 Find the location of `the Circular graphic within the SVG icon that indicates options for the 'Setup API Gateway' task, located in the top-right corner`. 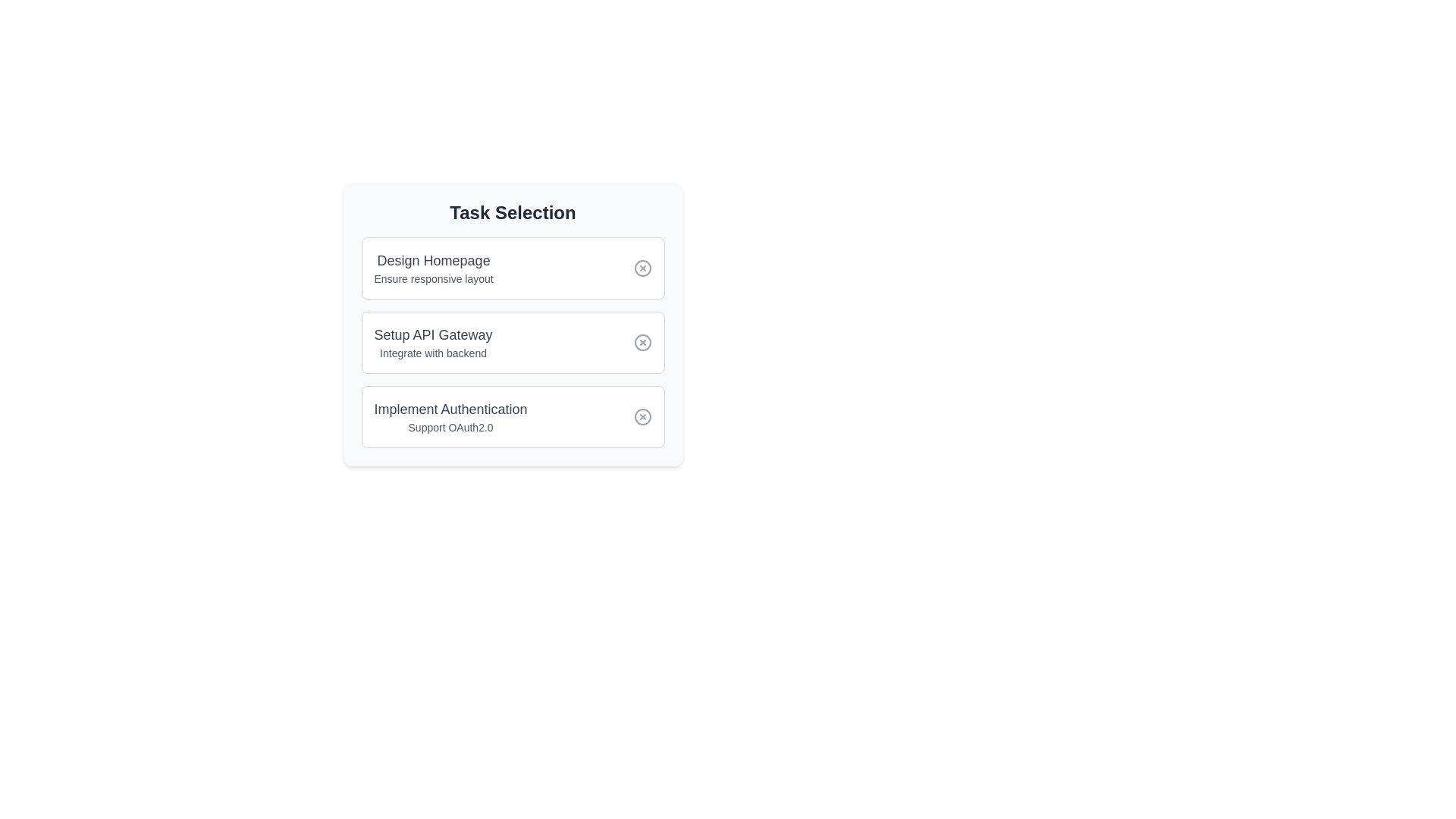

the Circular graphic within the SVG icon that indicates options for the 'Setup API Gateway' task, located in the top-right corner is located at coordinates (642, 342).